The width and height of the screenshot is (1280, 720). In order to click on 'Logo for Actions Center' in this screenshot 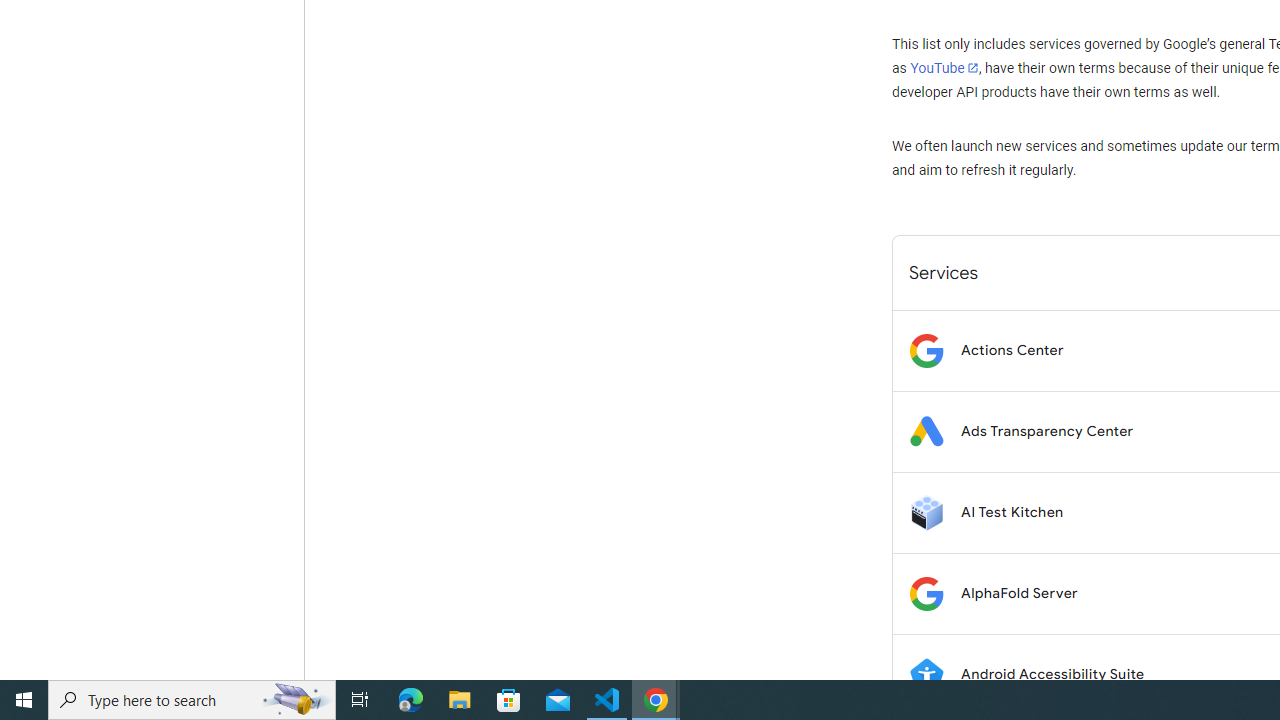, I will do `click(925, 349)`.